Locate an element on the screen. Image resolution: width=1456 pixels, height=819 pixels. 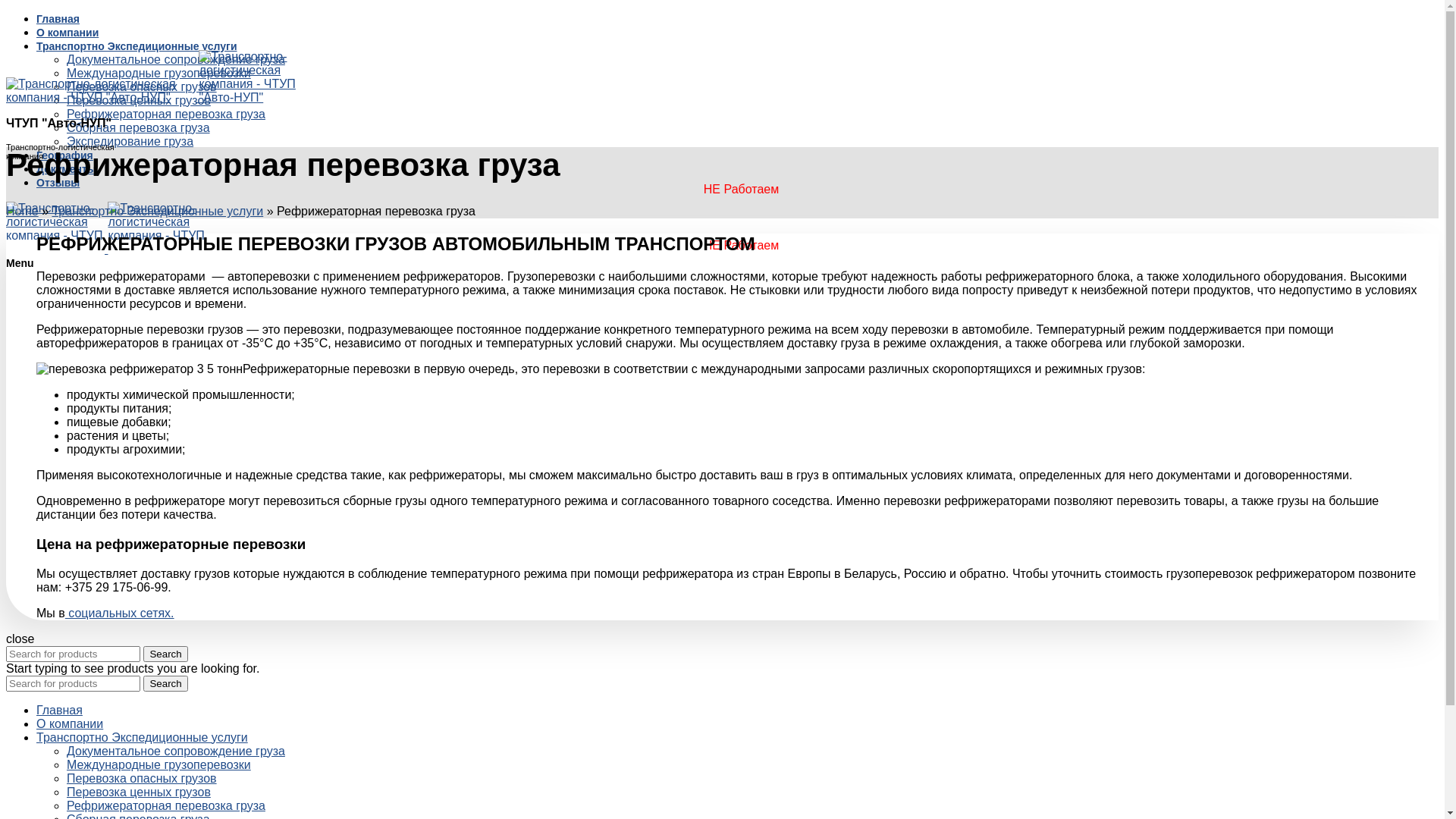
'Search' is located at coordinates (165, 653).